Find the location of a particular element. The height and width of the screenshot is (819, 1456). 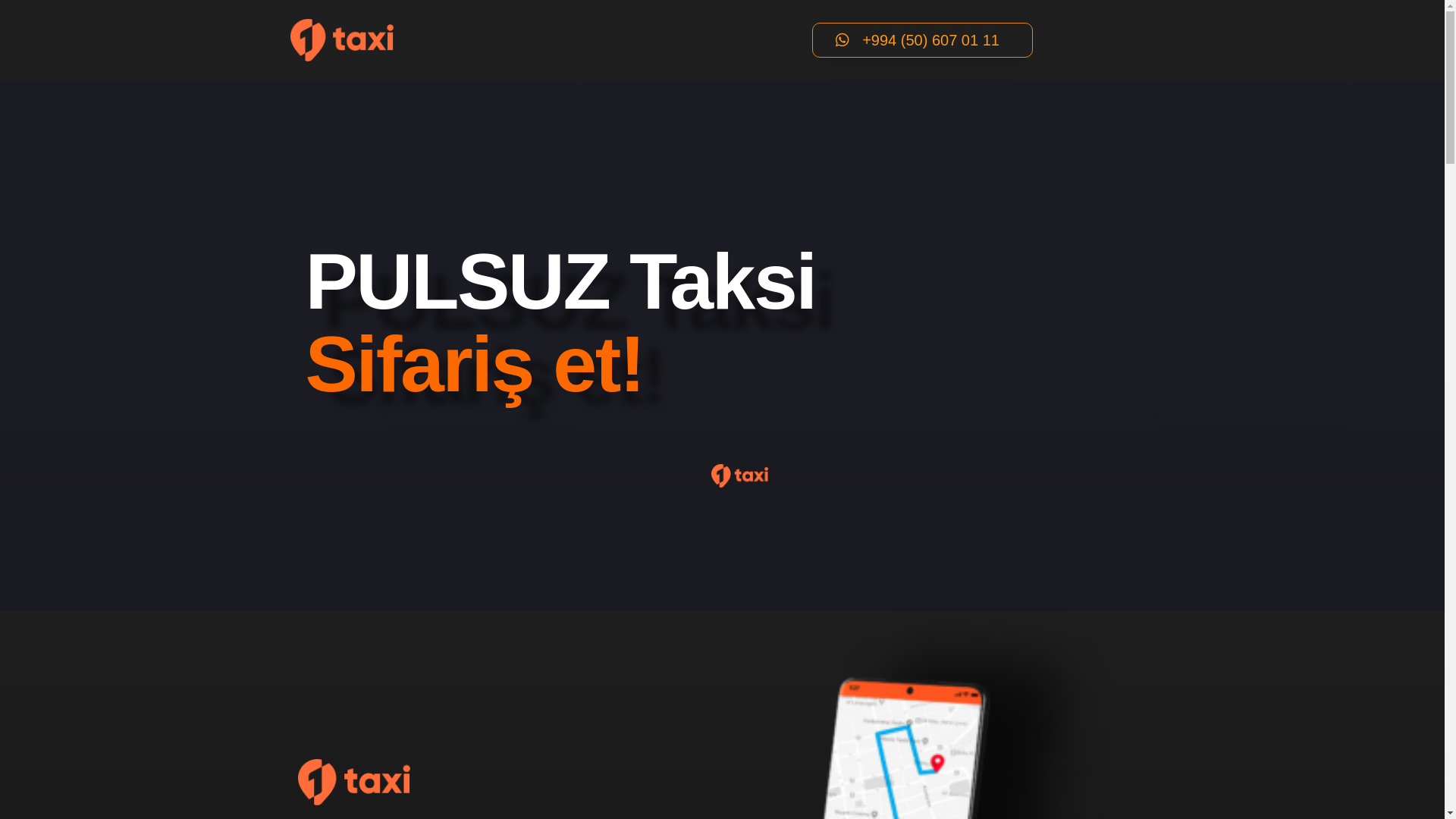

'+994 (50) 607 01 11' is located at coordinates (921, 39).